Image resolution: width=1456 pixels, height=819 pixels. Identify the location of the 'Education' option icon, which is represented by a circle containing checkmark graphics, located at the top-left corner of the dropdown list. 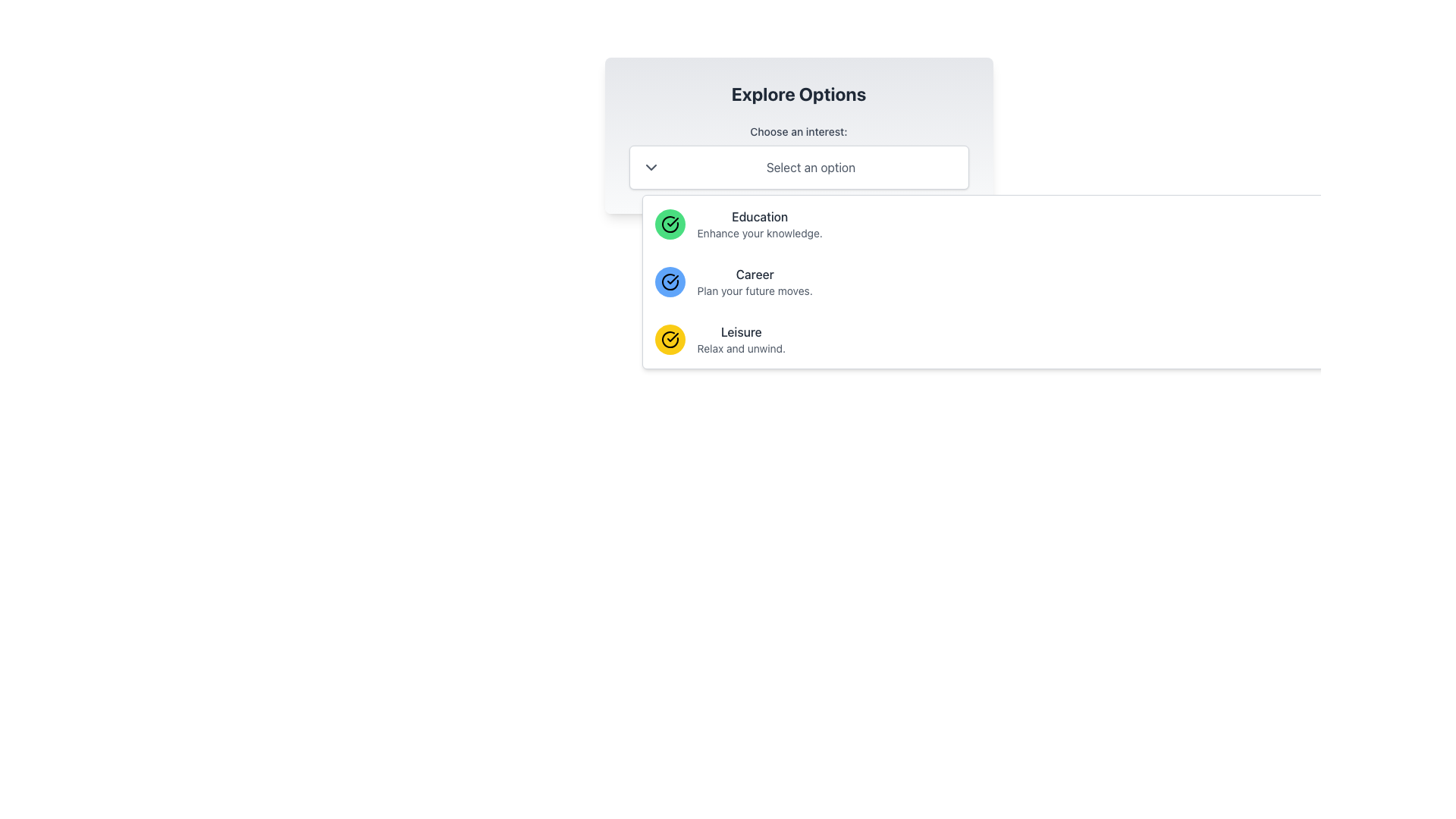
(672, 336).